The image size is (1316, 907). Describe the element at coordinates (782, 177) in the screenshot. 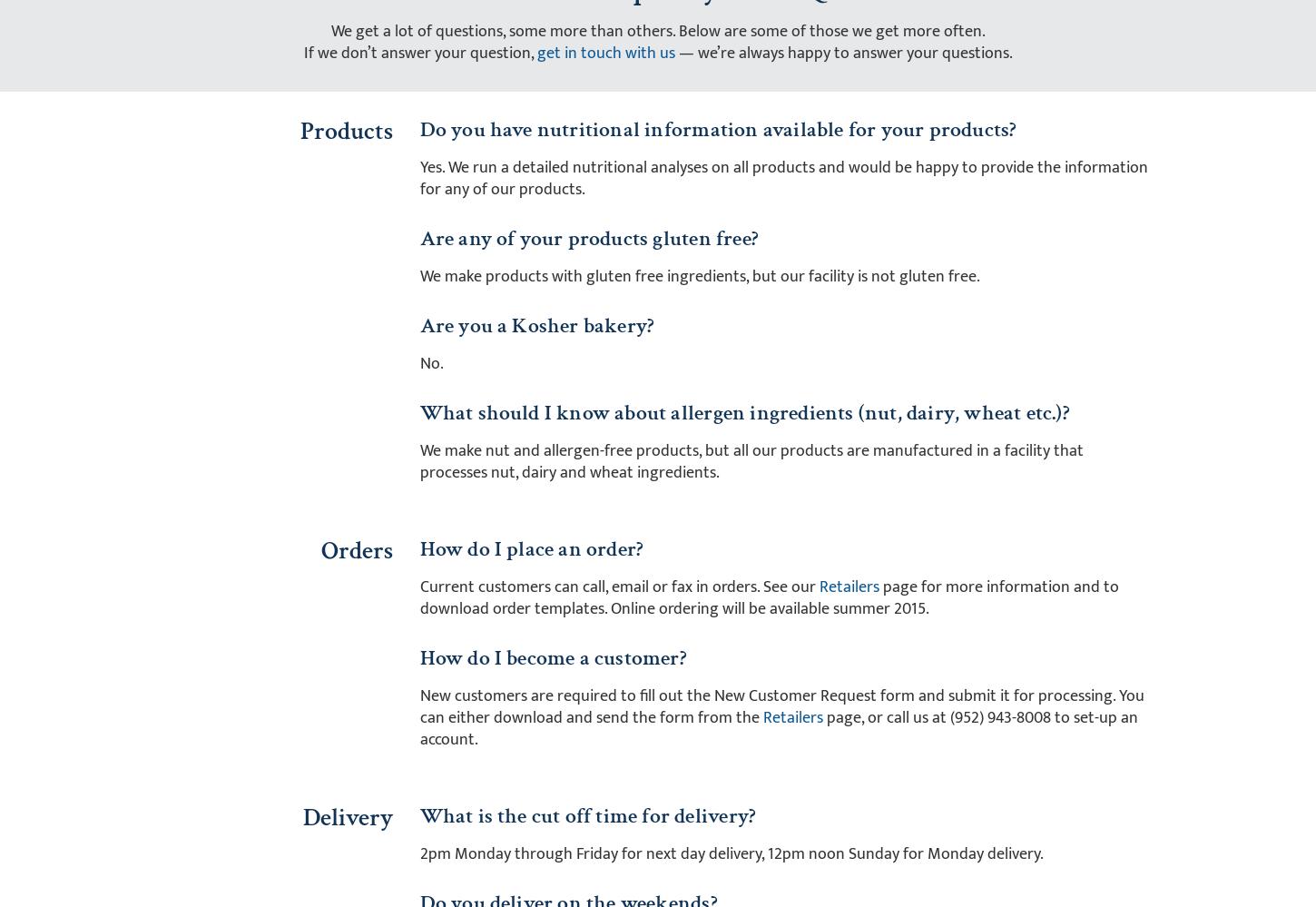

I see `'Yes. We run a detailed nutritional analyses on all products and would be happy to provide the information for any of our products.'` at that location.